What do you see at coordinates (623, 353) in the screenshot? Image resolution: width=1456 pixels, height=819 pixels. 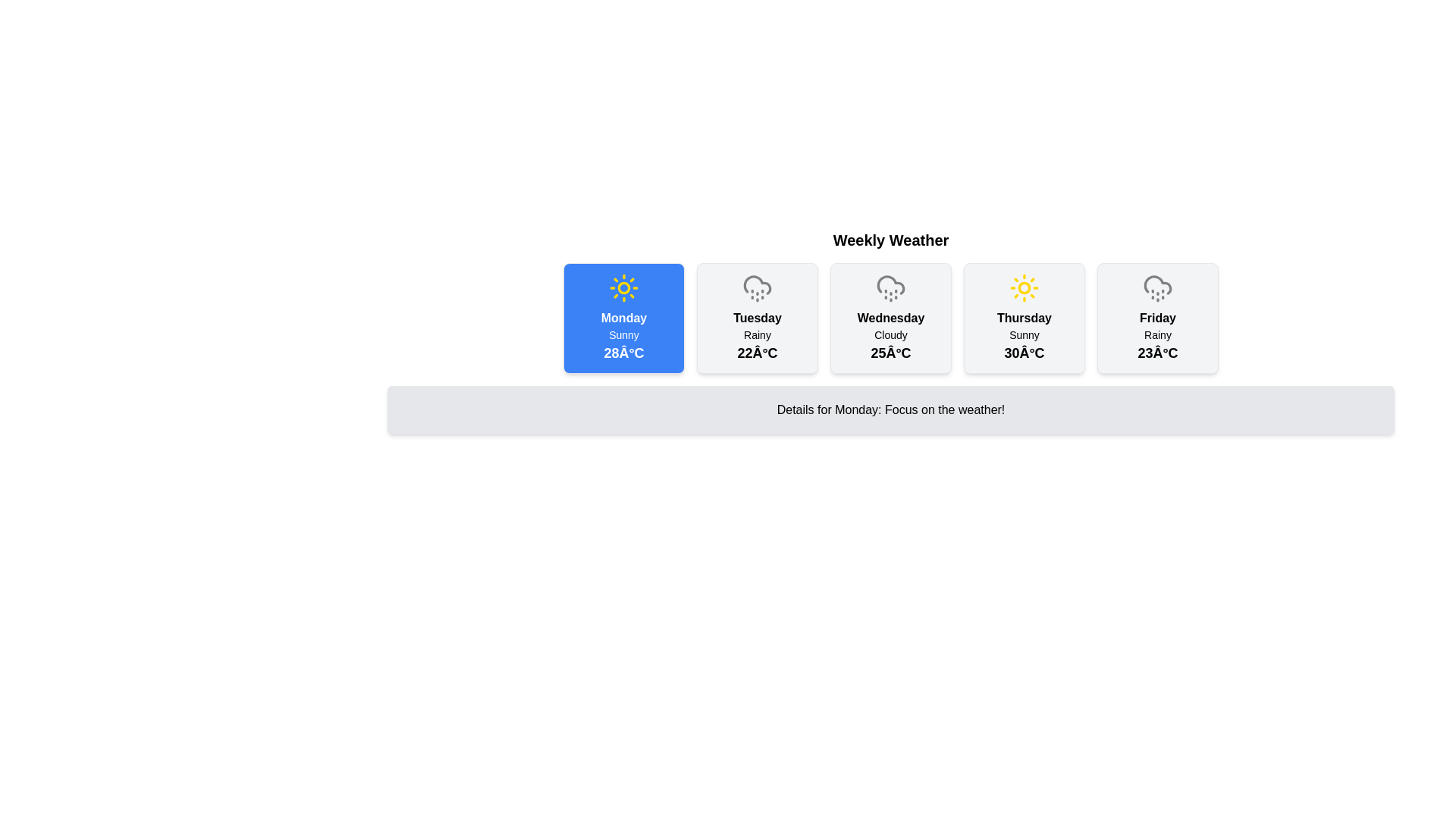 I see `maximum temperature for 'Monday' displayed in degrees Celsius located in the footer section of the first weather card beneath the 'Sunny' text and its corresponding icon` at bounding box center [623, 353].